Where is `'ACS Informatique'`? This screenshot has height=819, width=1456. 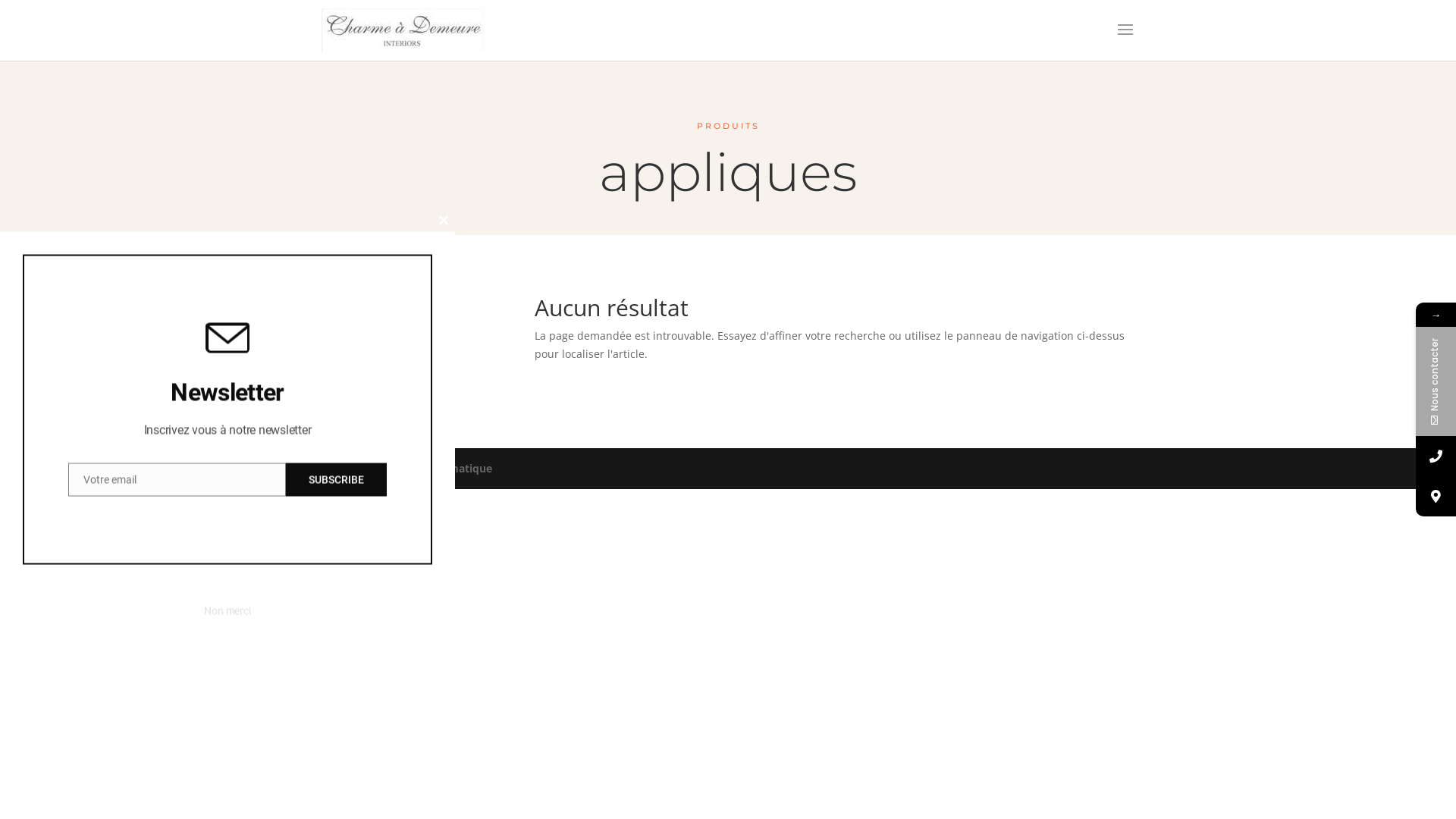 'ACS Informatique' is located at coordinates (444, 467).